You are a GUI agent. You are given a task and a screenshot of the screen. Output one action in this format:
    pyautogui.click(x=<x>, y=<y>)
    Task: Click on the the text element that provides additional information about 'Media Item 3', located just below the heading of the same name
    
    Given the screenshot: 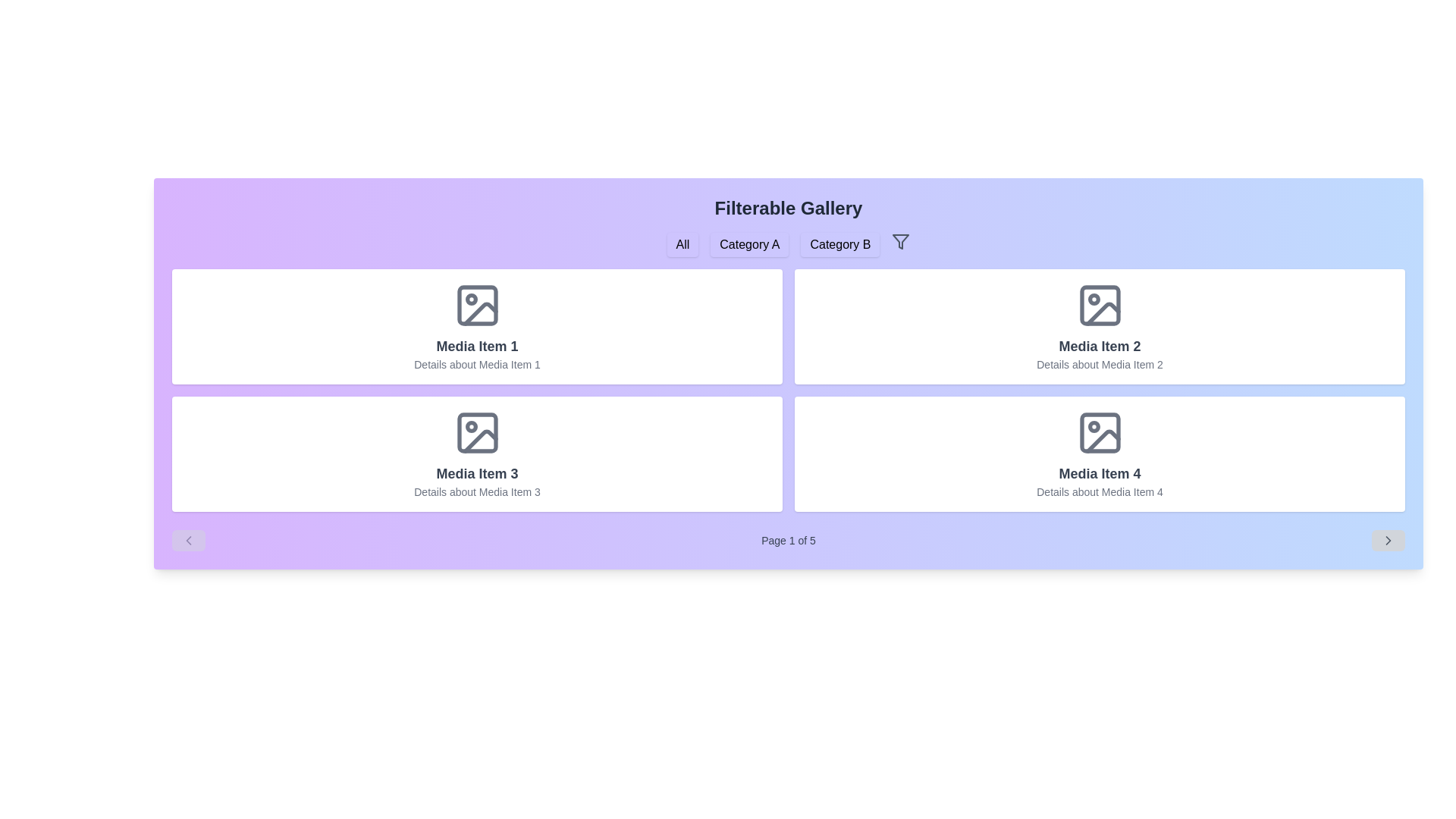 What is the action you would take?
    pyautogui.click(x=476, y=491)
    